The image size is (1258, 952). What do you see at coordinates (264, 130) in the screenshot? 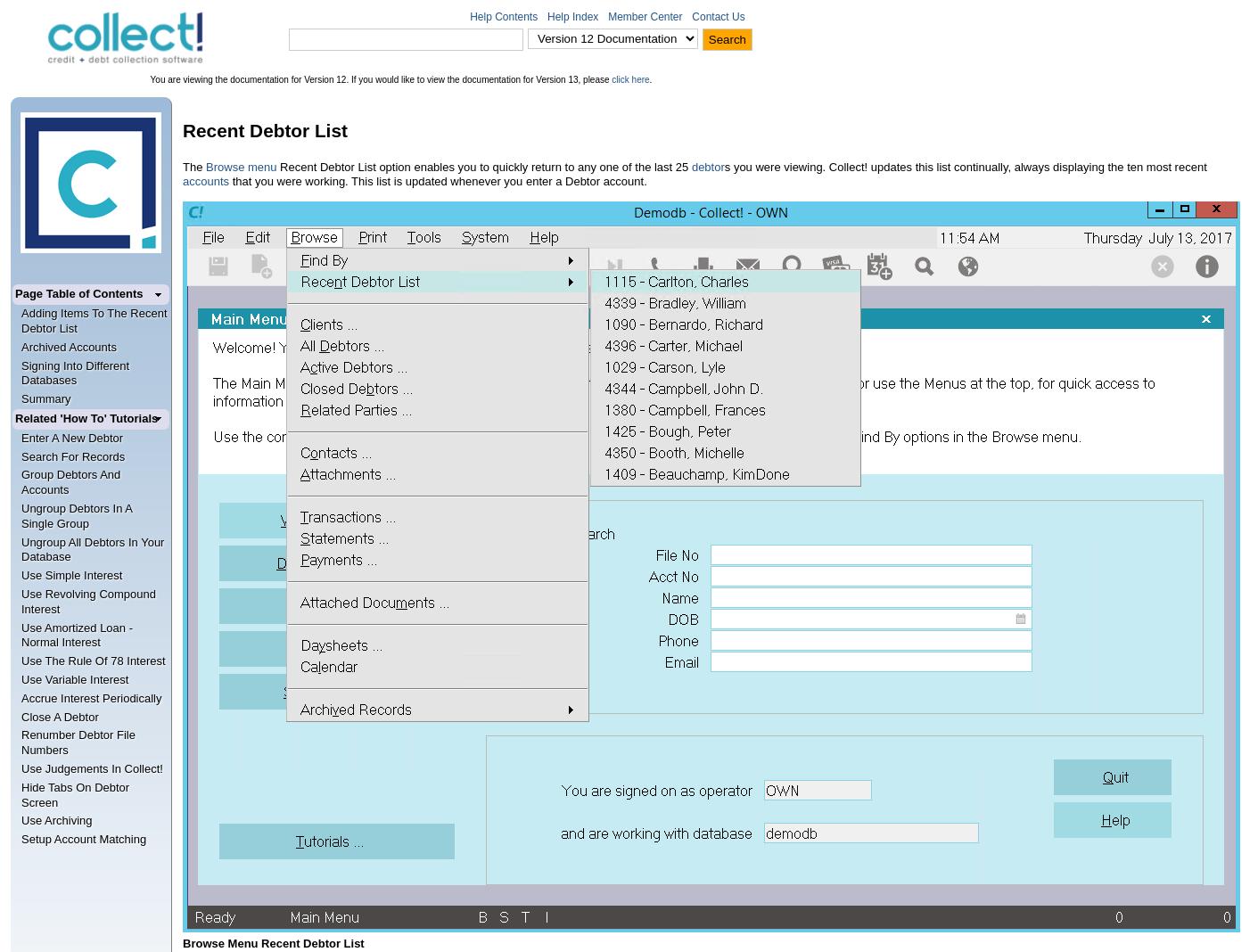
I see `'Recent Debtor List'` at bounding box center [264, 130].